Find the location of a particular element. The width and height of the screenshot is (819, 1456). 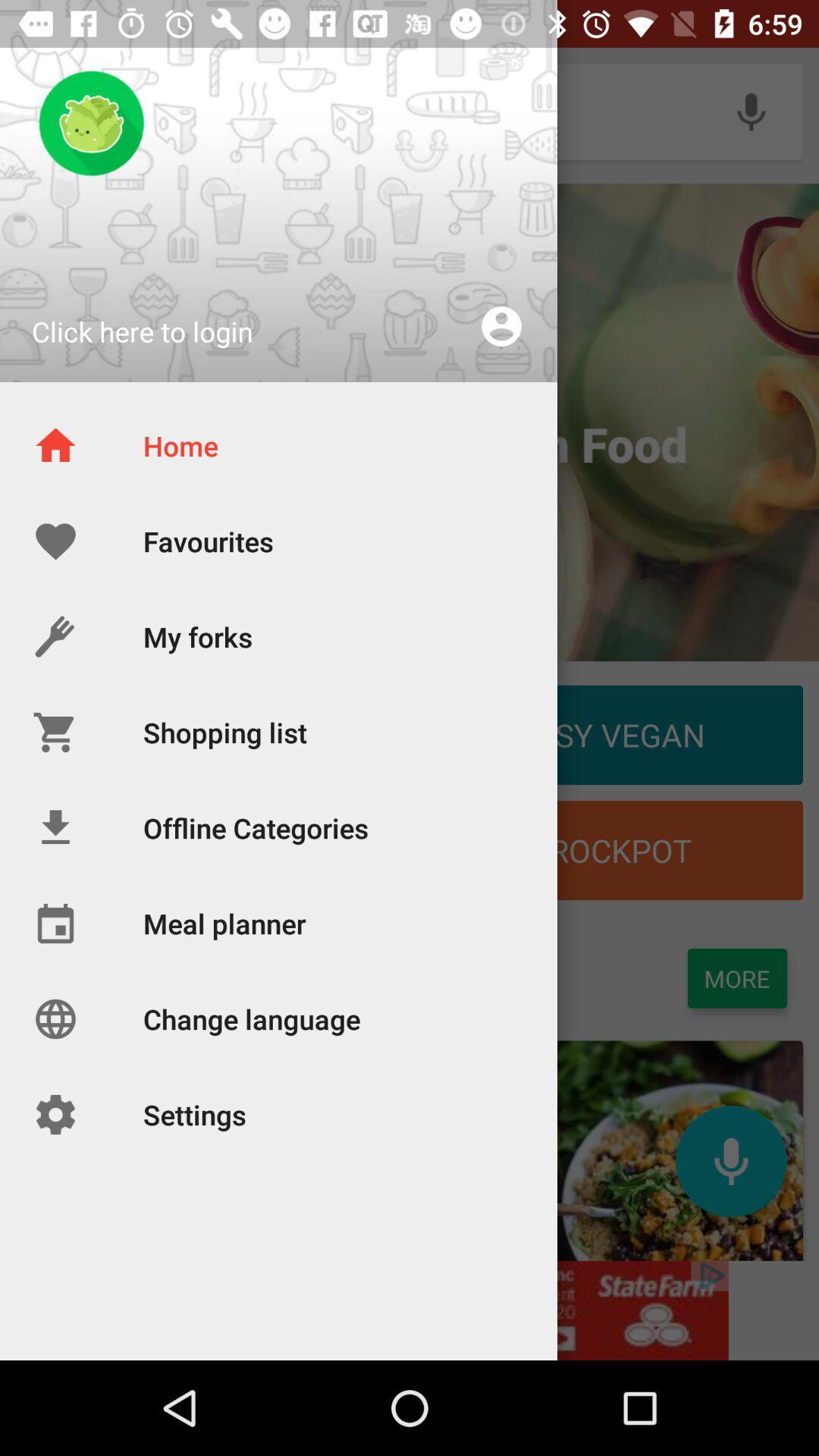

the microphone icon is located at coordinates (751, 111).